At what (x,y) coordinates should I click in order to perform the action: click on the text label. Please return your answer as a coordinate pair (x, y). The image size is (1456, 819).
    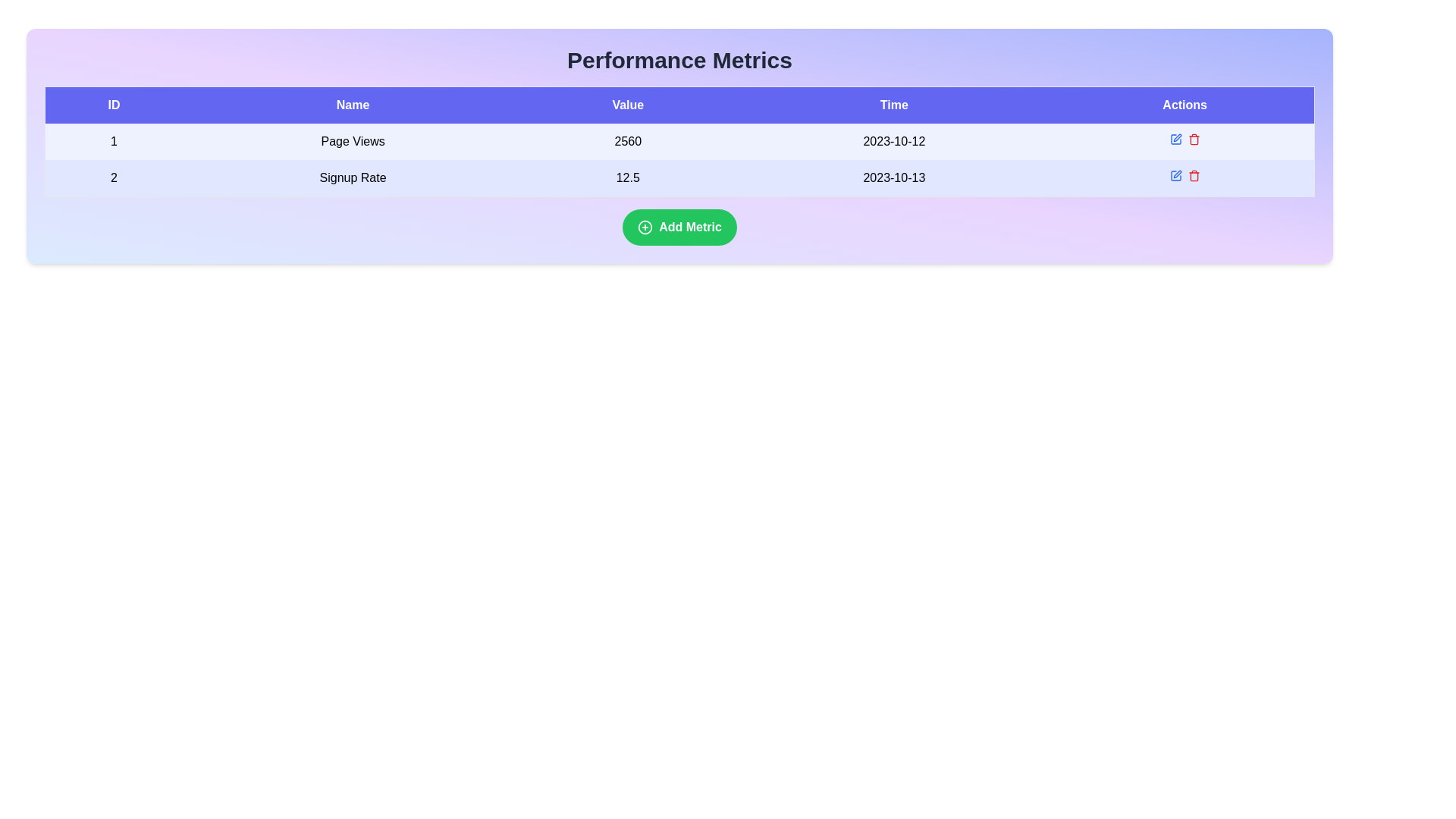
    Looking at the image, I should click on (113, 177).